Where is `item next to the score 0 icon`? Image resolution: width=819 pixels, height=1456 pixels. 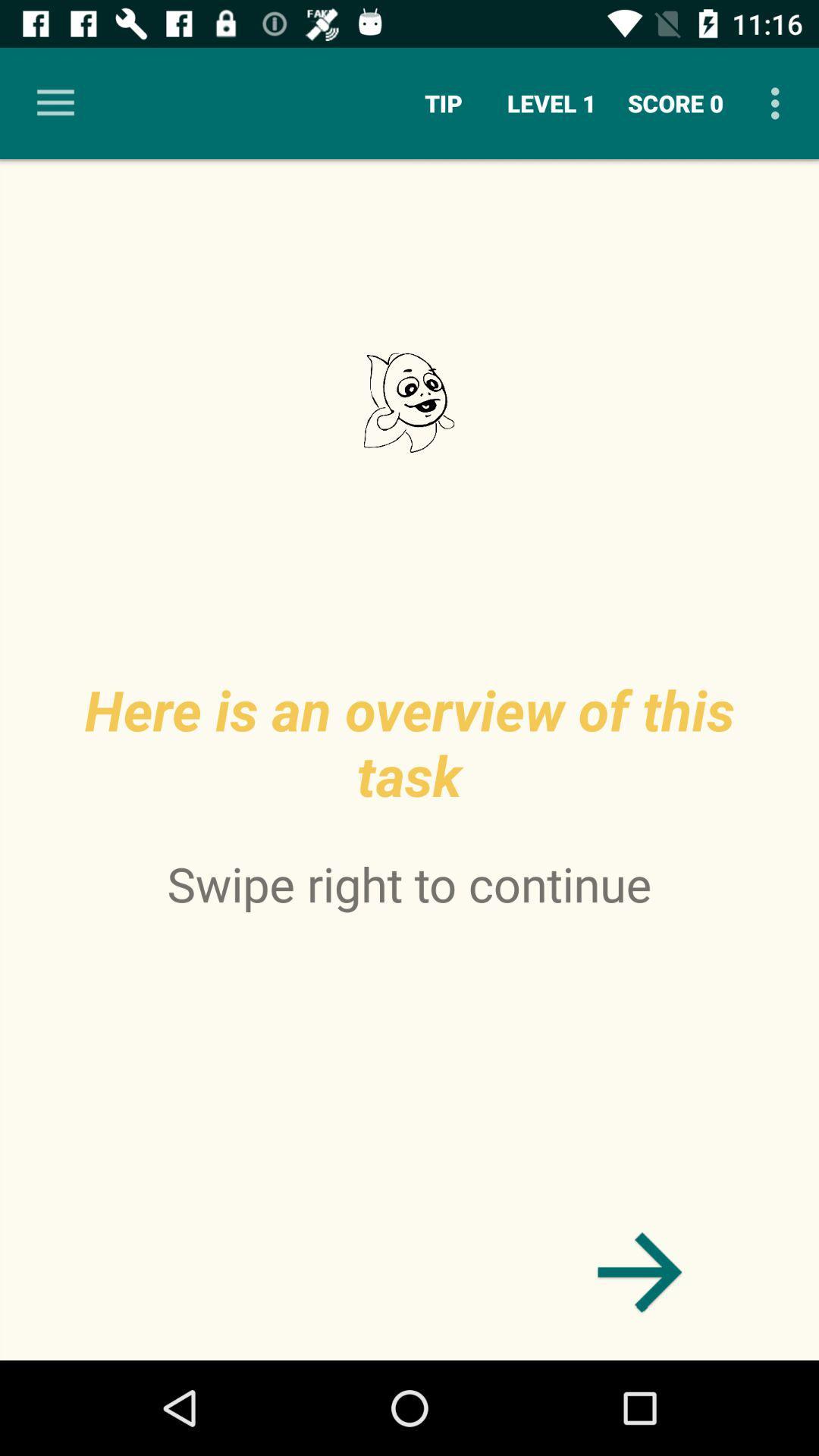 item next to the score 0 icon is located at coordinates (551, 102).